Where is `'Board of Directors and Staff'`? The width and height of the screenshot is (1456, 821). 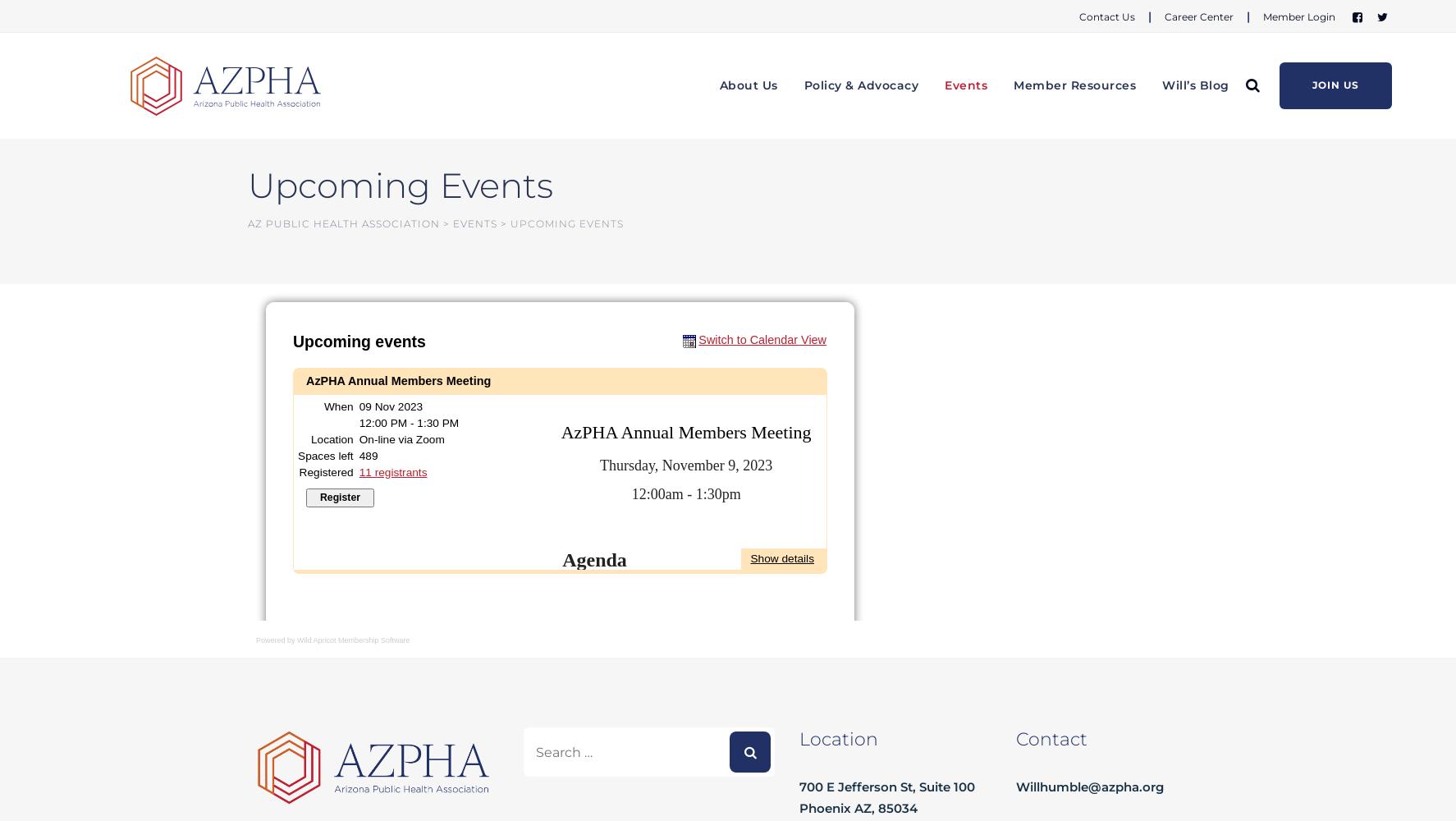 'Board of Directors and Staff' is located at coordinates (798, 159).